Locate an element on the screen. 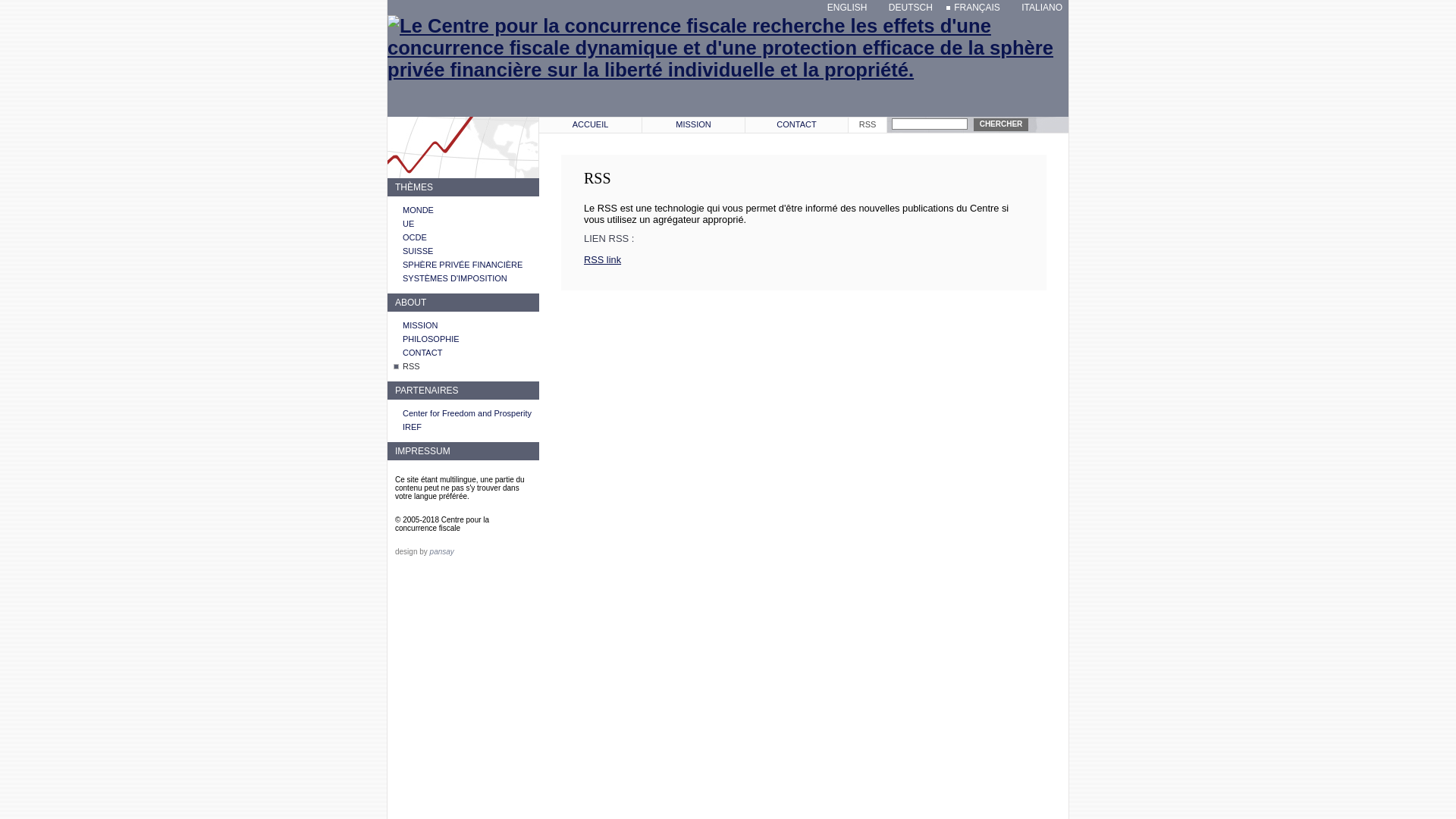 Image resolution: width=1456 pixels, height=819 pixels. 'pansay' is located at coordinates (441, 551).